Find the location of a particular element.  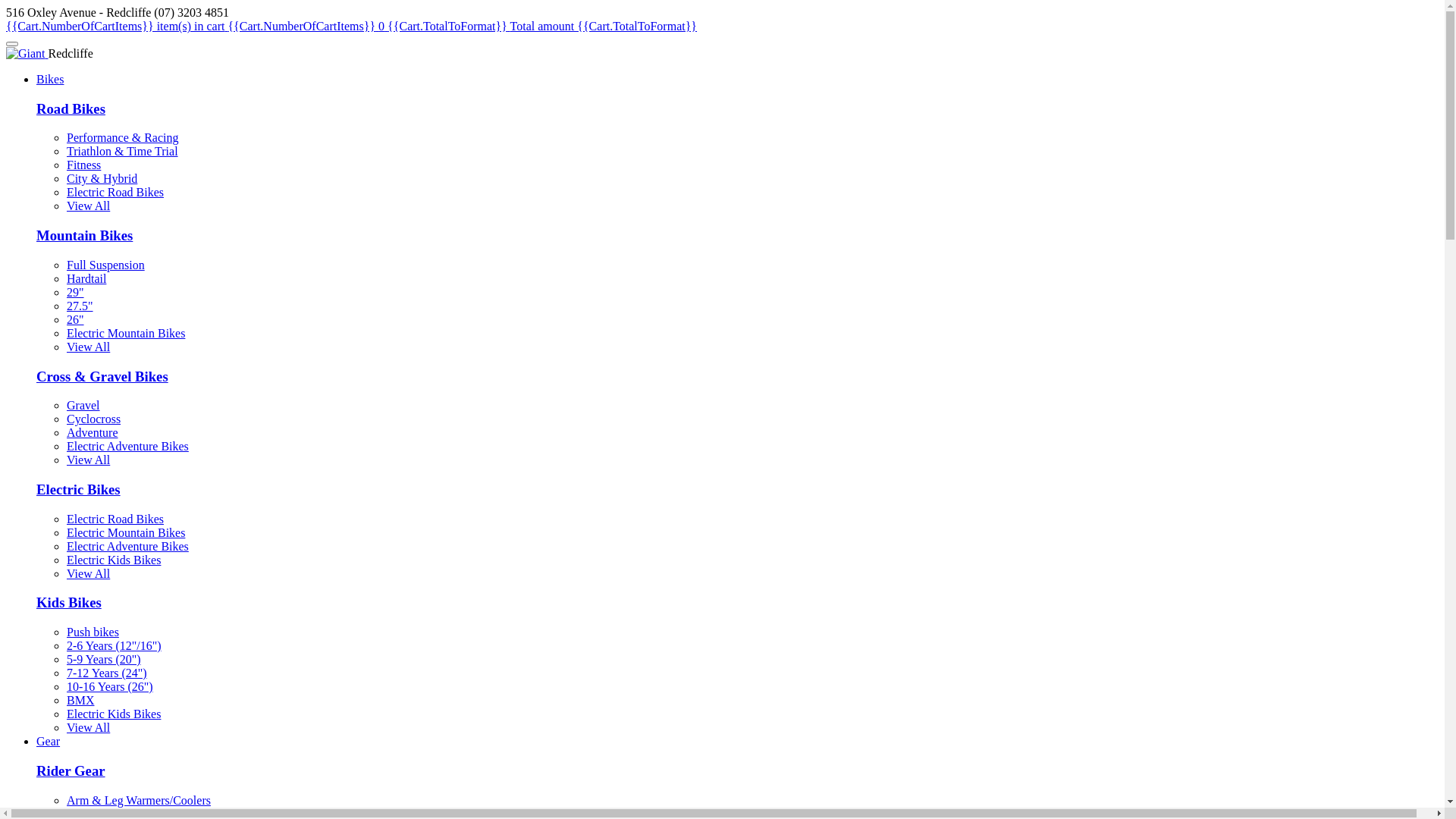

'BMX' is located at coordinates (79, 700).